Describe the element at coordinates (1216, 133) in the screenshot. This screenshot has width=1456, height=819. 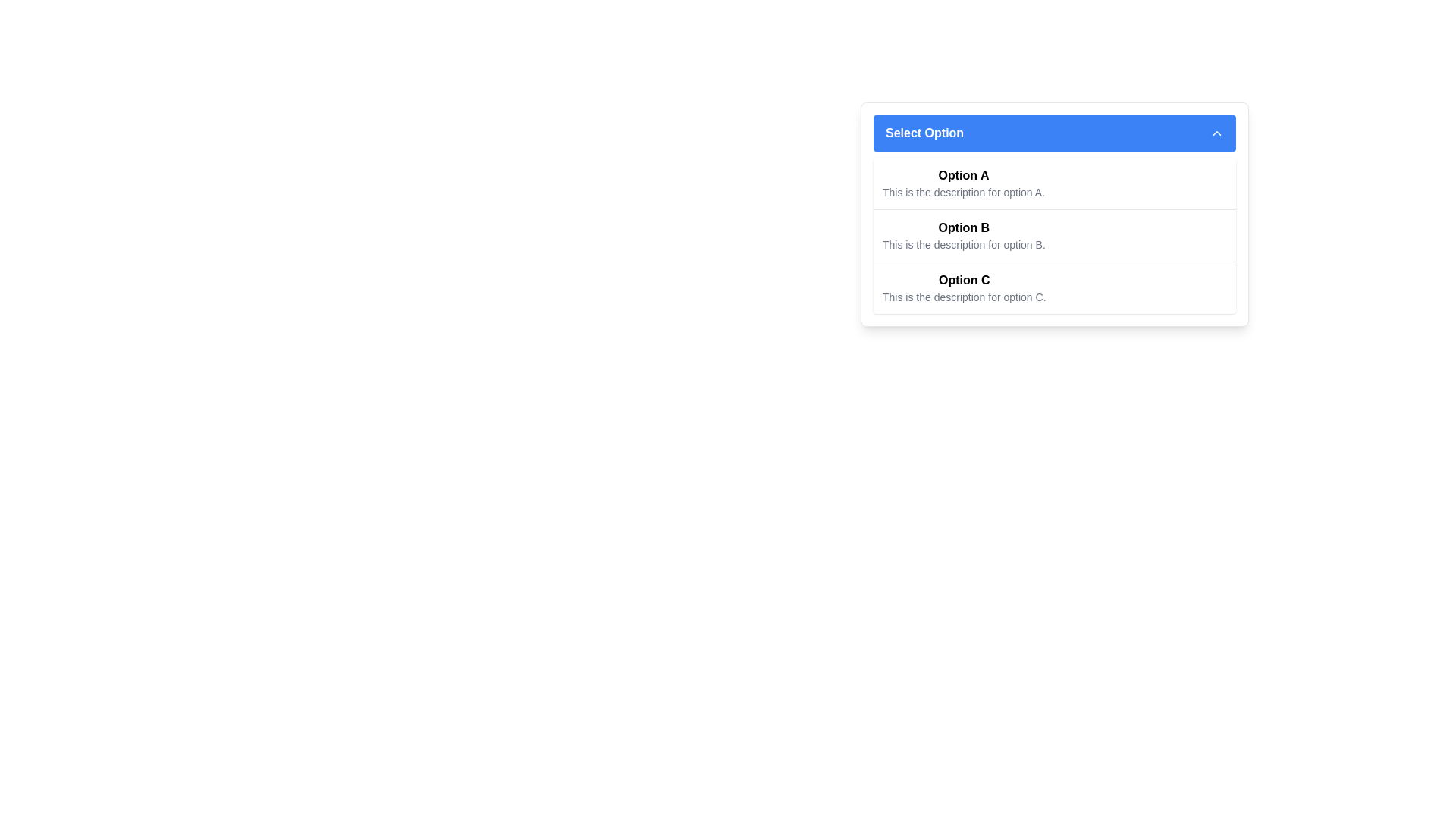
I see `the upward-pointing chevron icon located in the top-right corner of the 'Select Option' dropdown header` at that location.